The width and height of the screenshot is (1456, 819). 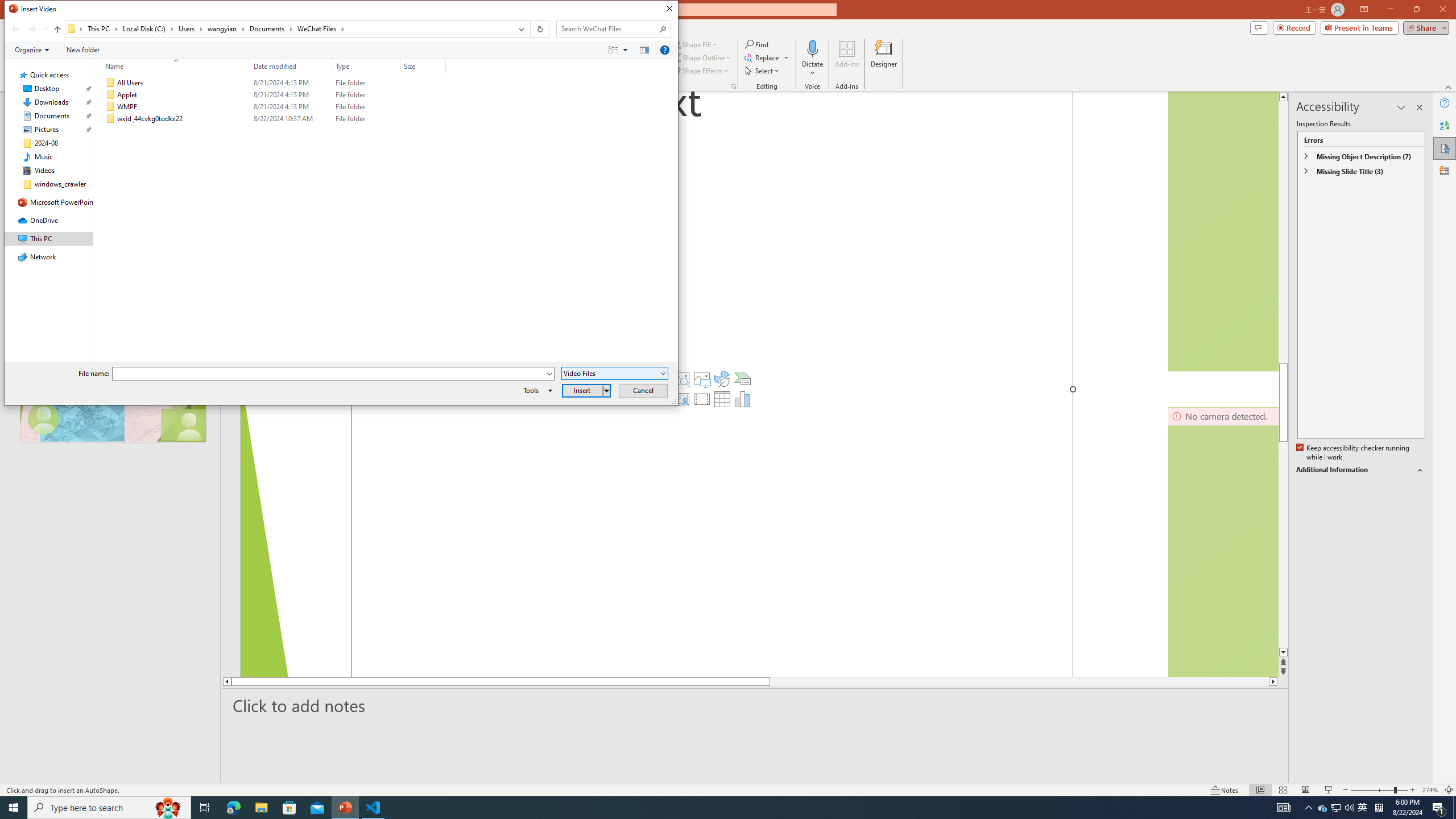 I want to click on 'Search Box', so click(x=607, y=28).